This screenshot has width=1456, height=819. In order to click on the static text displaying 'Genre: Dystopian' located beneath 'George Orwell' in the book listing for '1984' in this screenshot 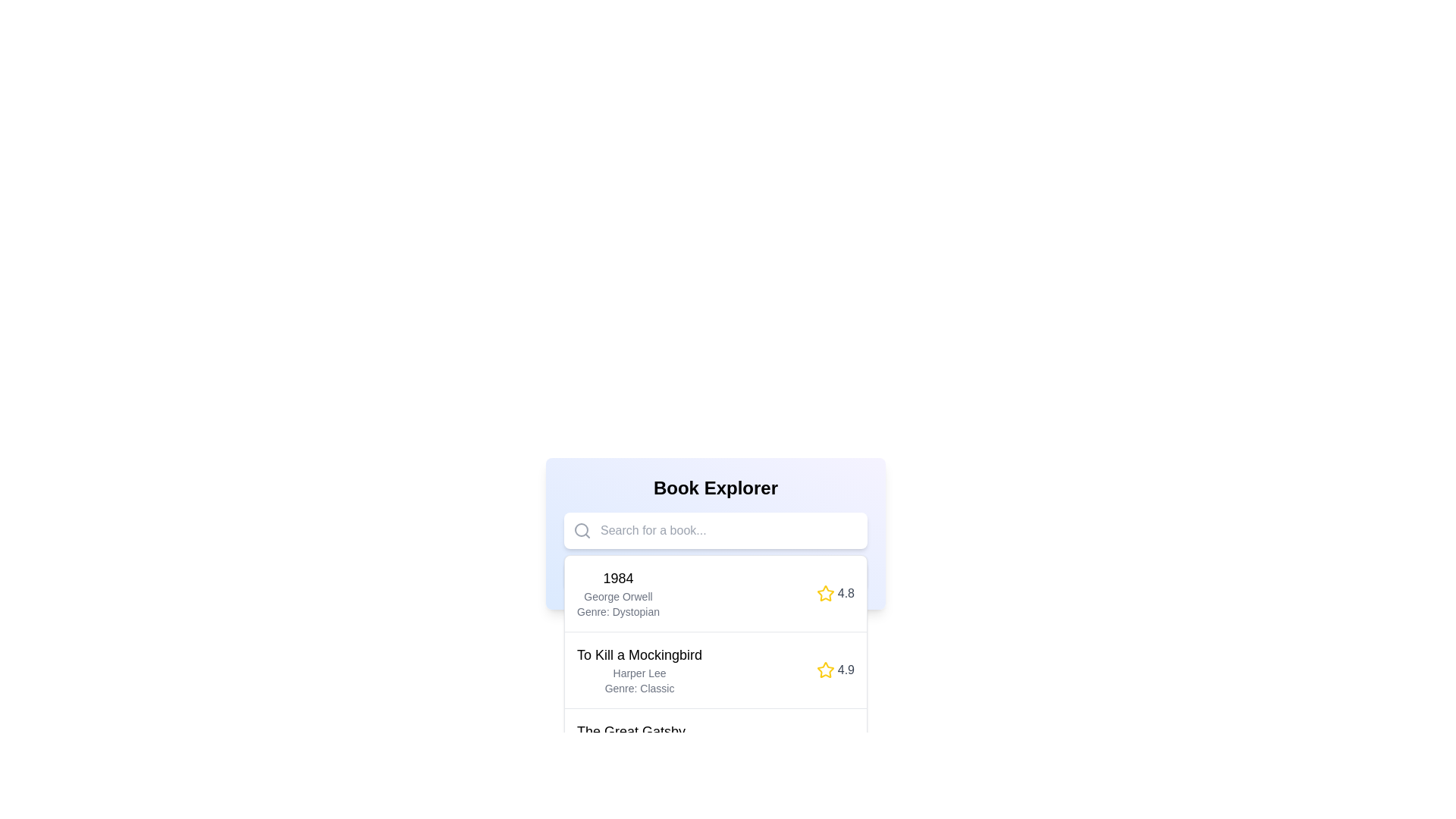, I will do `click(618, 610)`.